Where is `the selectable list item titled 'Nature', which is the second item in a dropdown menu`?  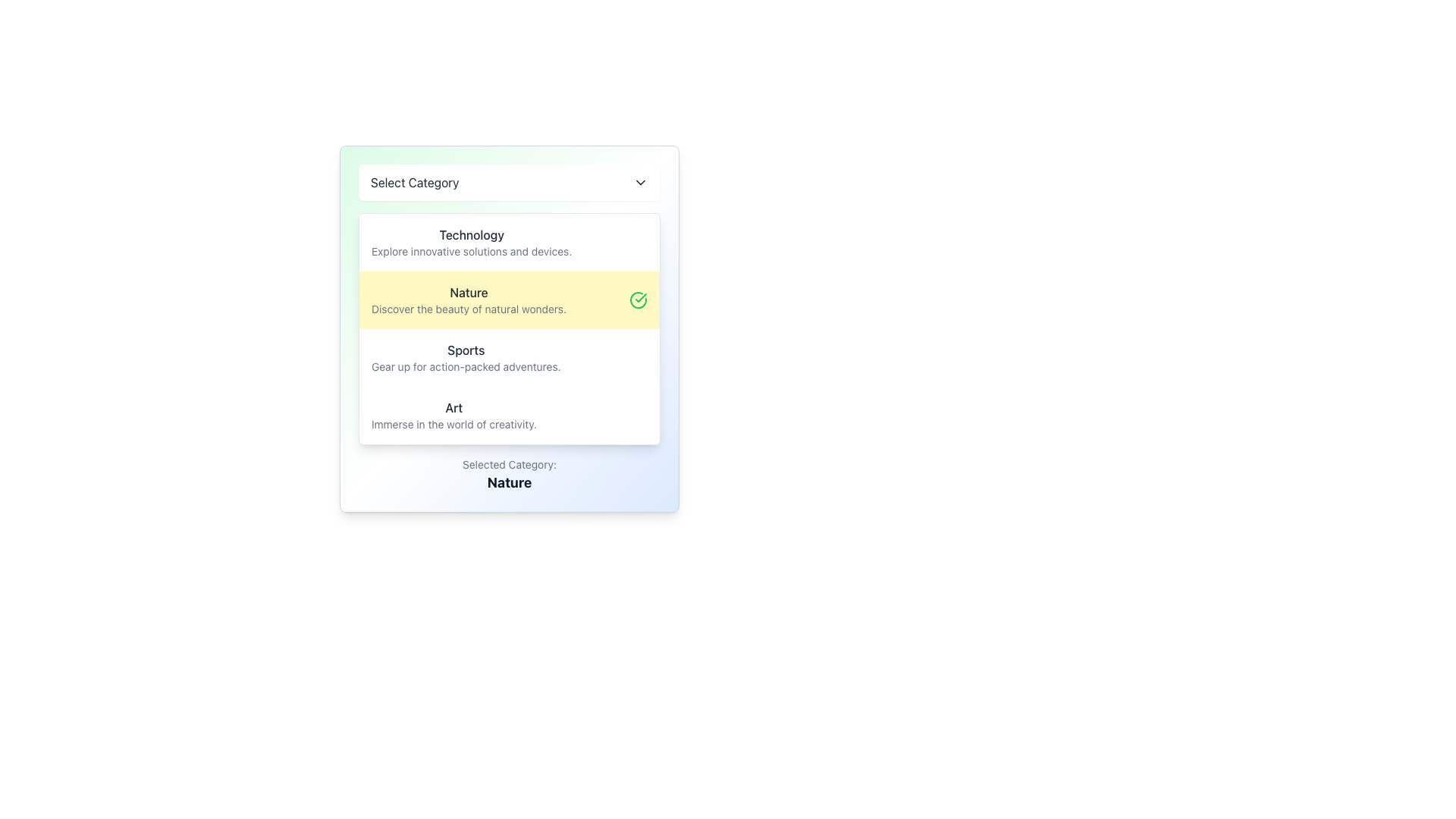 the selectable list item titled 'Nature', which is the second item in a dropdown menu is located at coordinates (510, 328).